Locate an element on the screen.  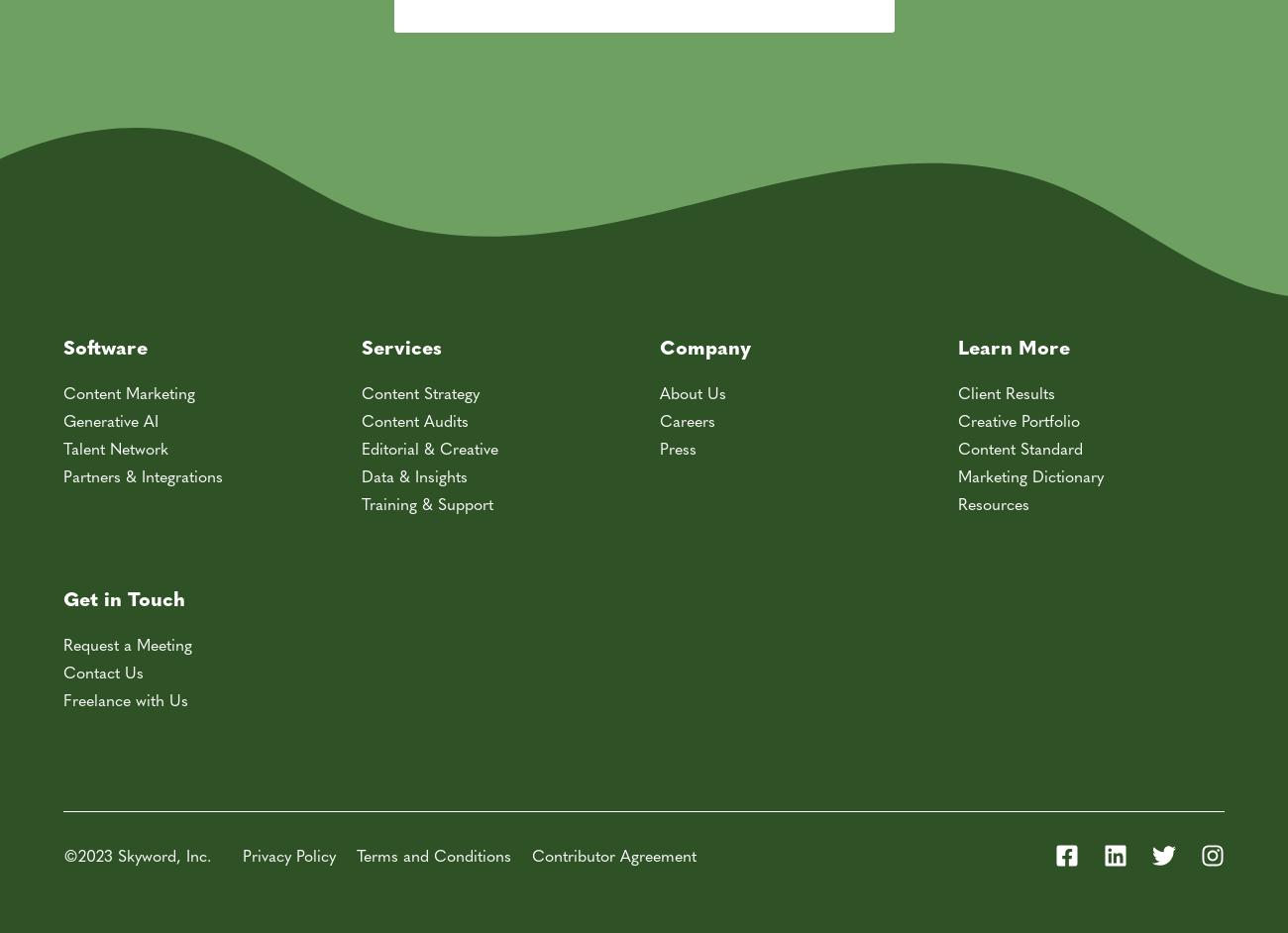
'Contact Us' is located at coordinates (103, 671).